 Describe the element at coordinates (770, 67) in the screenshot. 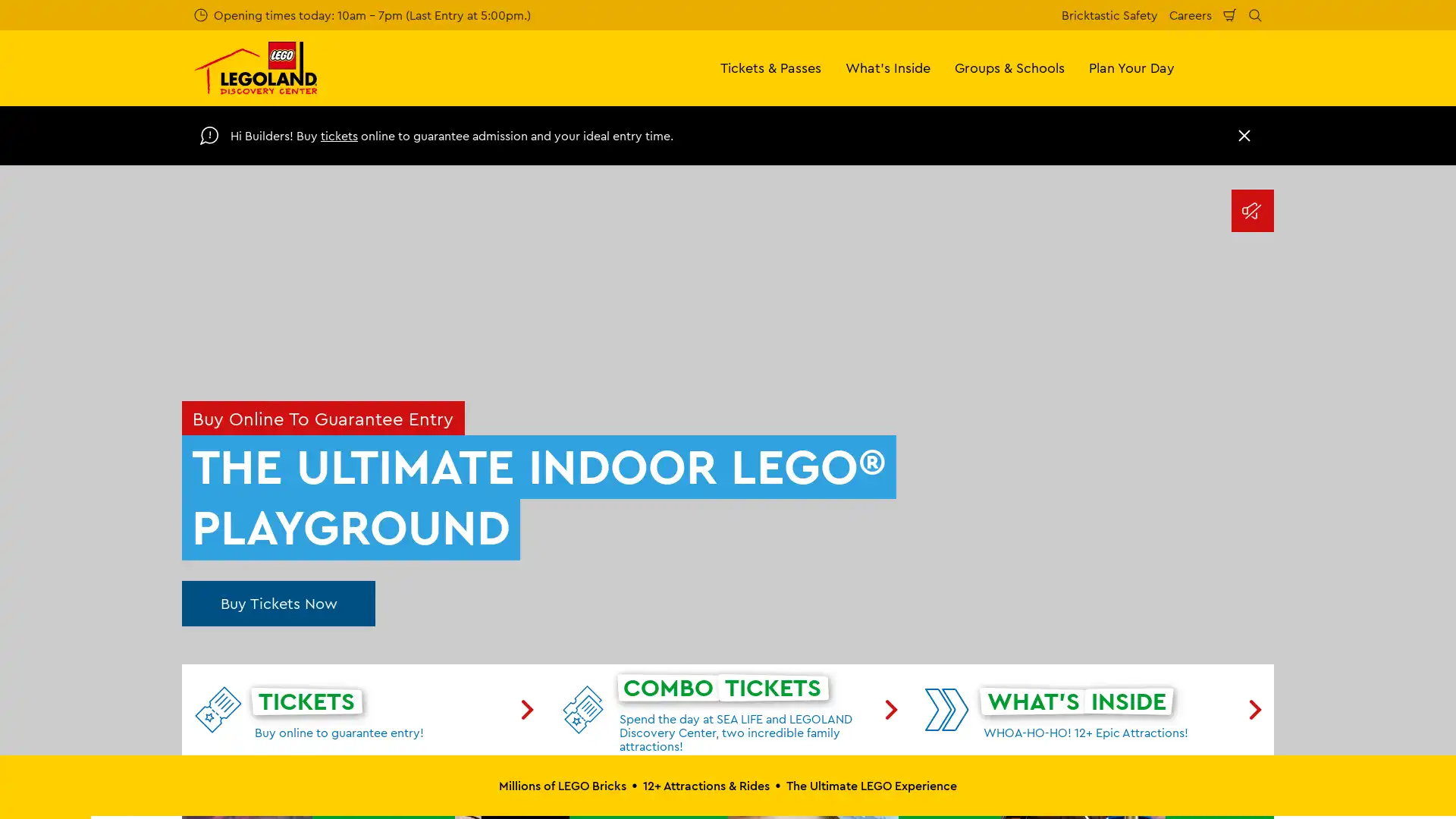

I see `Tickets & Passes` at that location.